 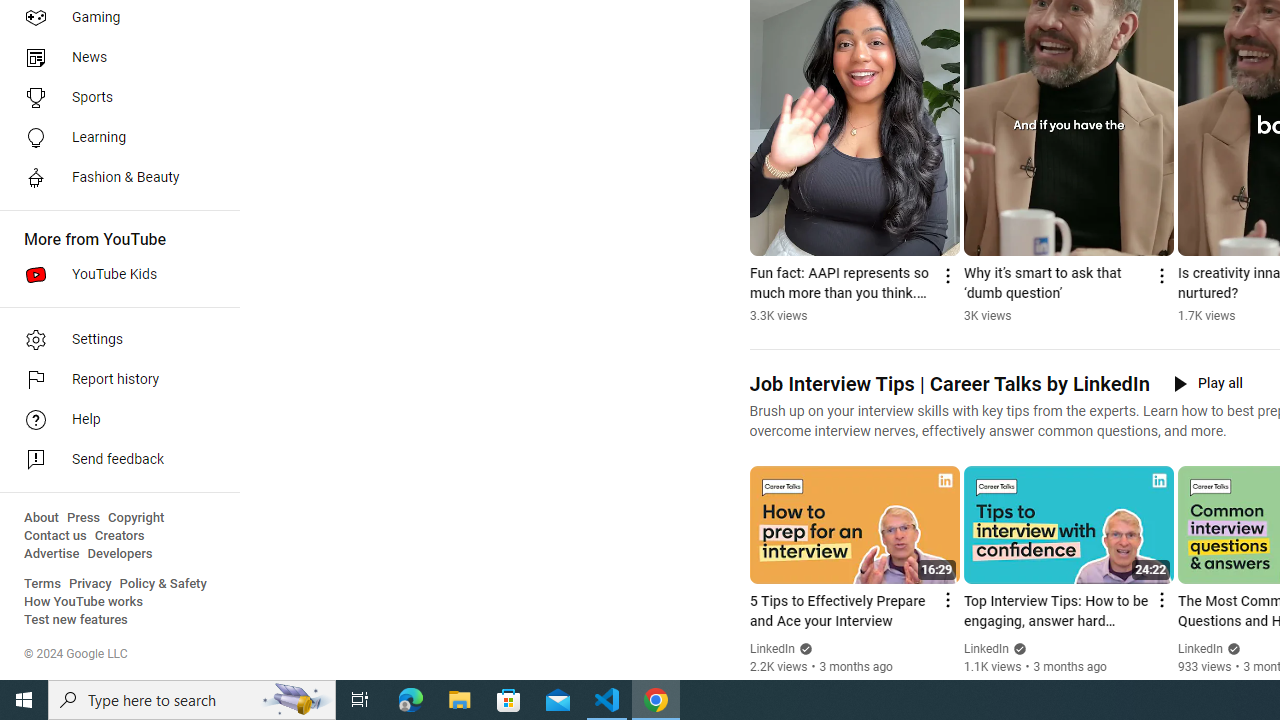 I want to click on 'Press', so click(x=82, y=517).